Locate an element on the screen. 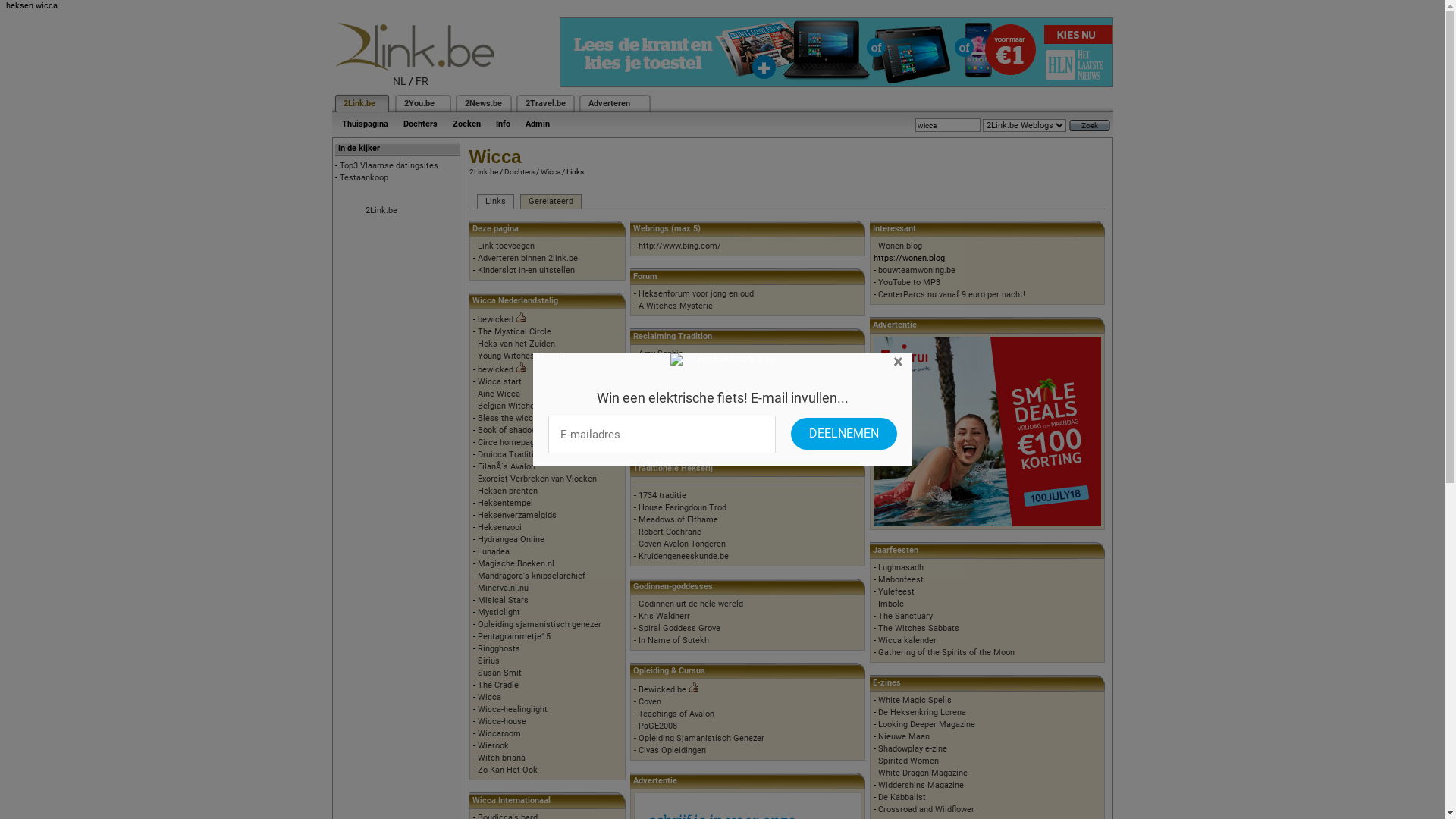 The width and height of the screenshot is (1456, 819). 'Opleiding Sjamanistisch Genezer' is located at coordinates (701, 737).